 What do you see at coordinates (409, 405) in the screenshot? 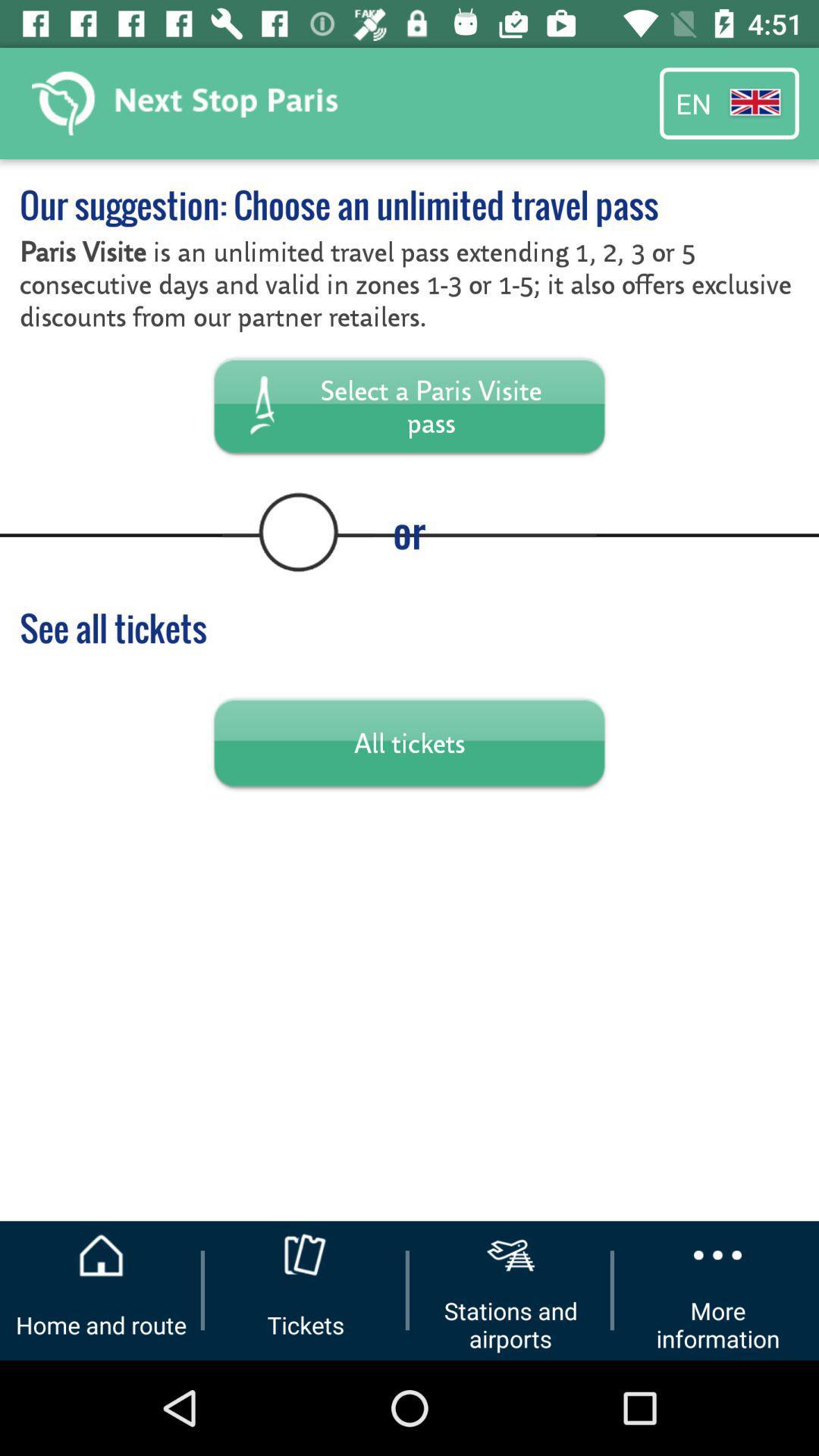
I see `the icon below paris visite is icon` at bounding box center [409, 405].